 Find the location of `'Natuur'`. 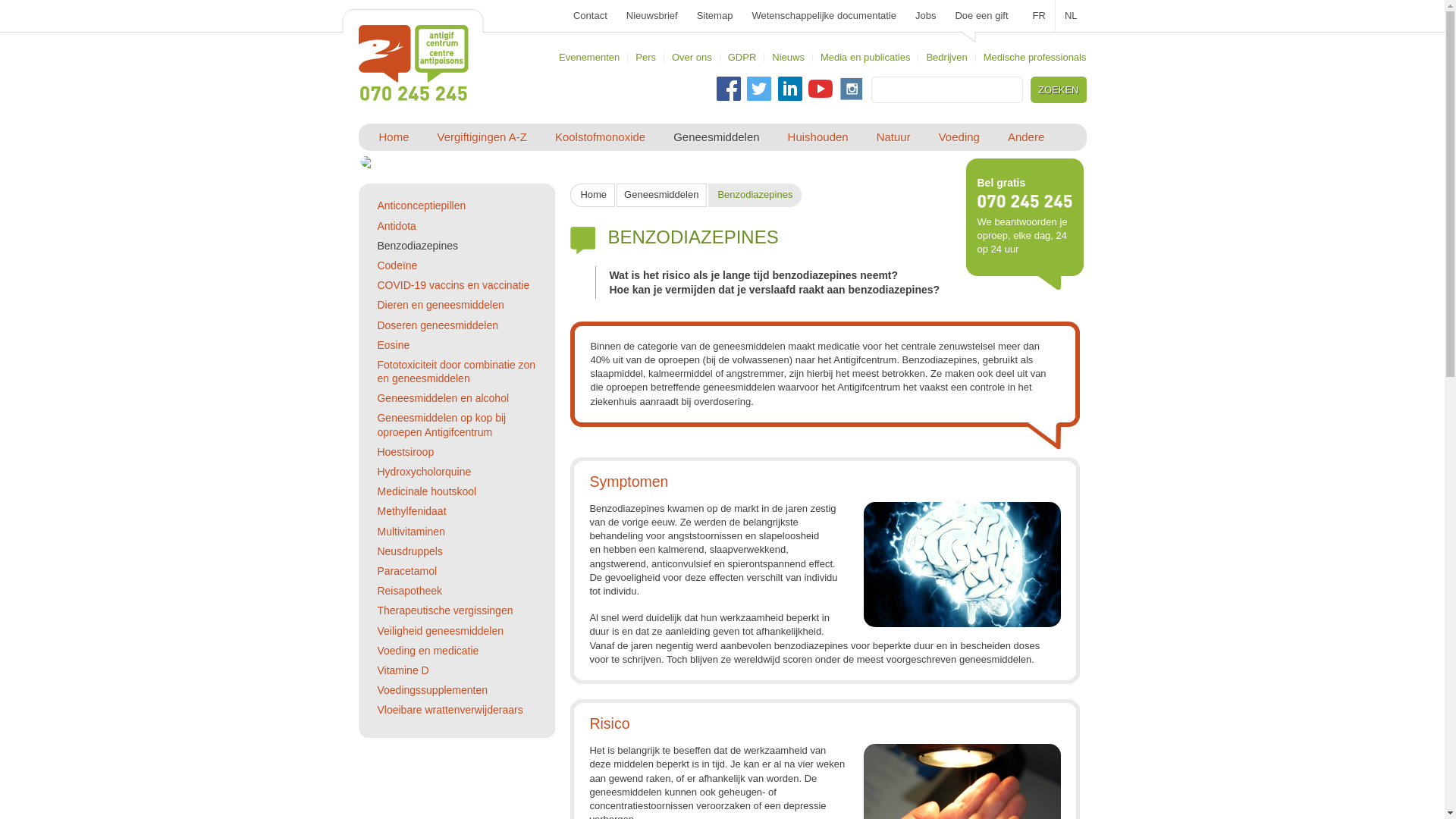

'Natuur' is located at coordinates (893, 137).